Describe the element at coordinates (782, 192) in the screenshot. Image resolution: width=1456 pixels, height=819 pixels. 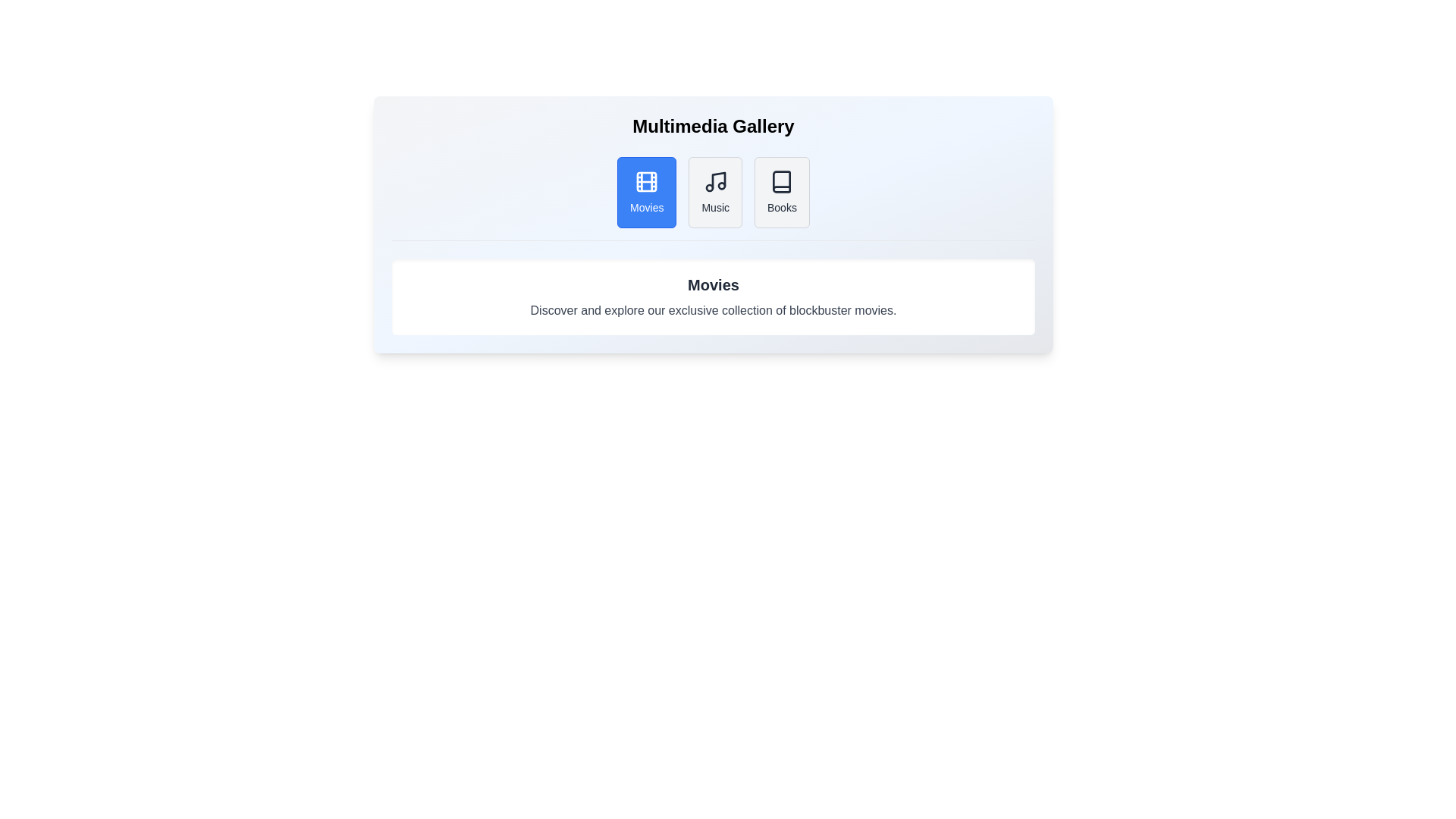
I see `the tab labeled Books to activate it` at that location.